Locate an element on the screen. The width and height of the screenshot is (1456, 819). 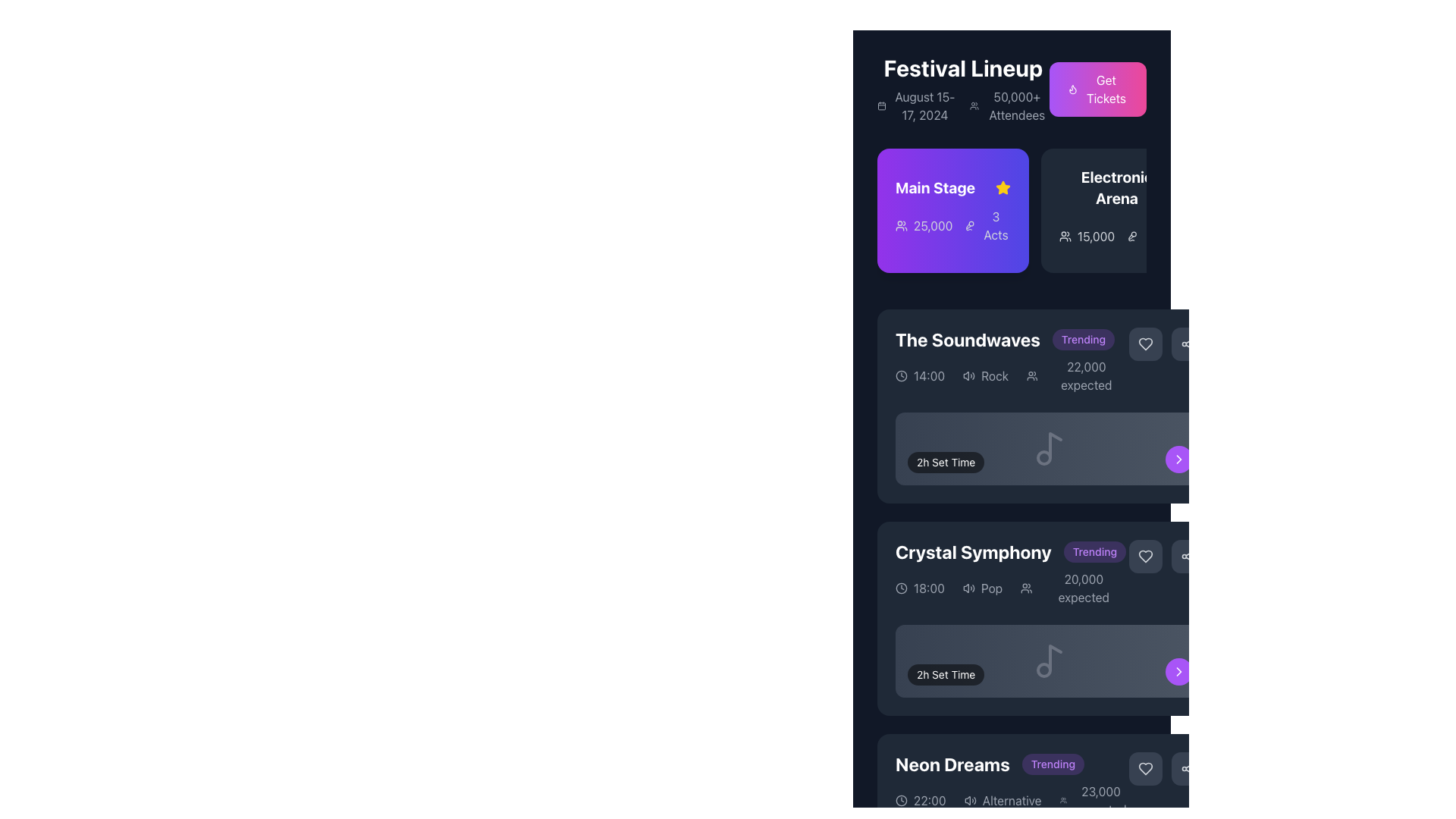
the text displaying the name of an event or location, located under the 'Festival Lineup' section in the first row of event cards, adjacent to the 'Main Stage' card is located at coordinates (1117, 187).